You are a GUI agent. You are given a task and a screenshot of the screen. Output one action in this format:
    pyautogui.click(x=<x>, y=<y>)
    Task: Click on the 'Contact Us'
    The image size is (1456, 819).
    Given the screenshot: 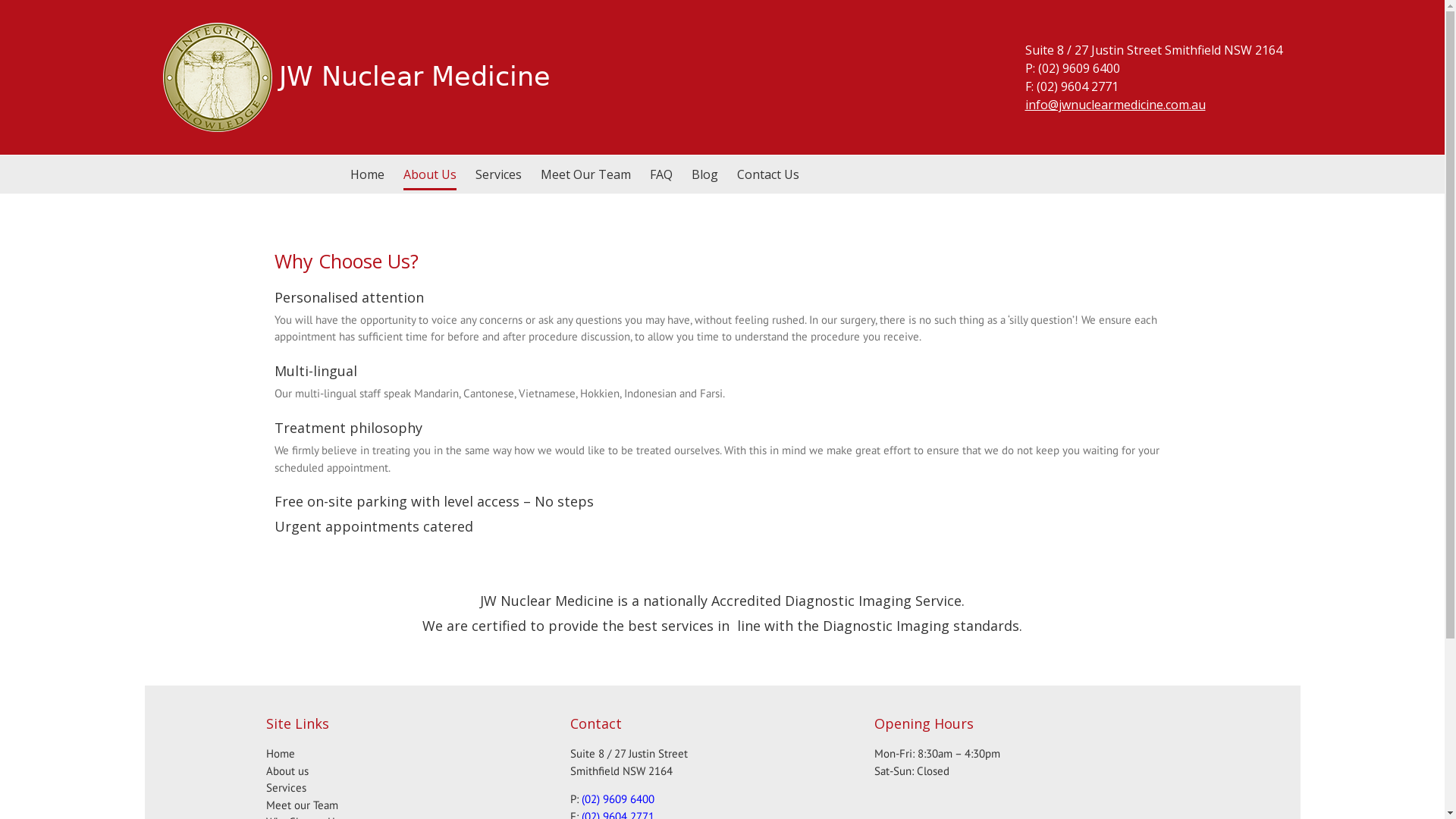 What is the action you would take?
    pyautogui.click(x=767, y=174)
    